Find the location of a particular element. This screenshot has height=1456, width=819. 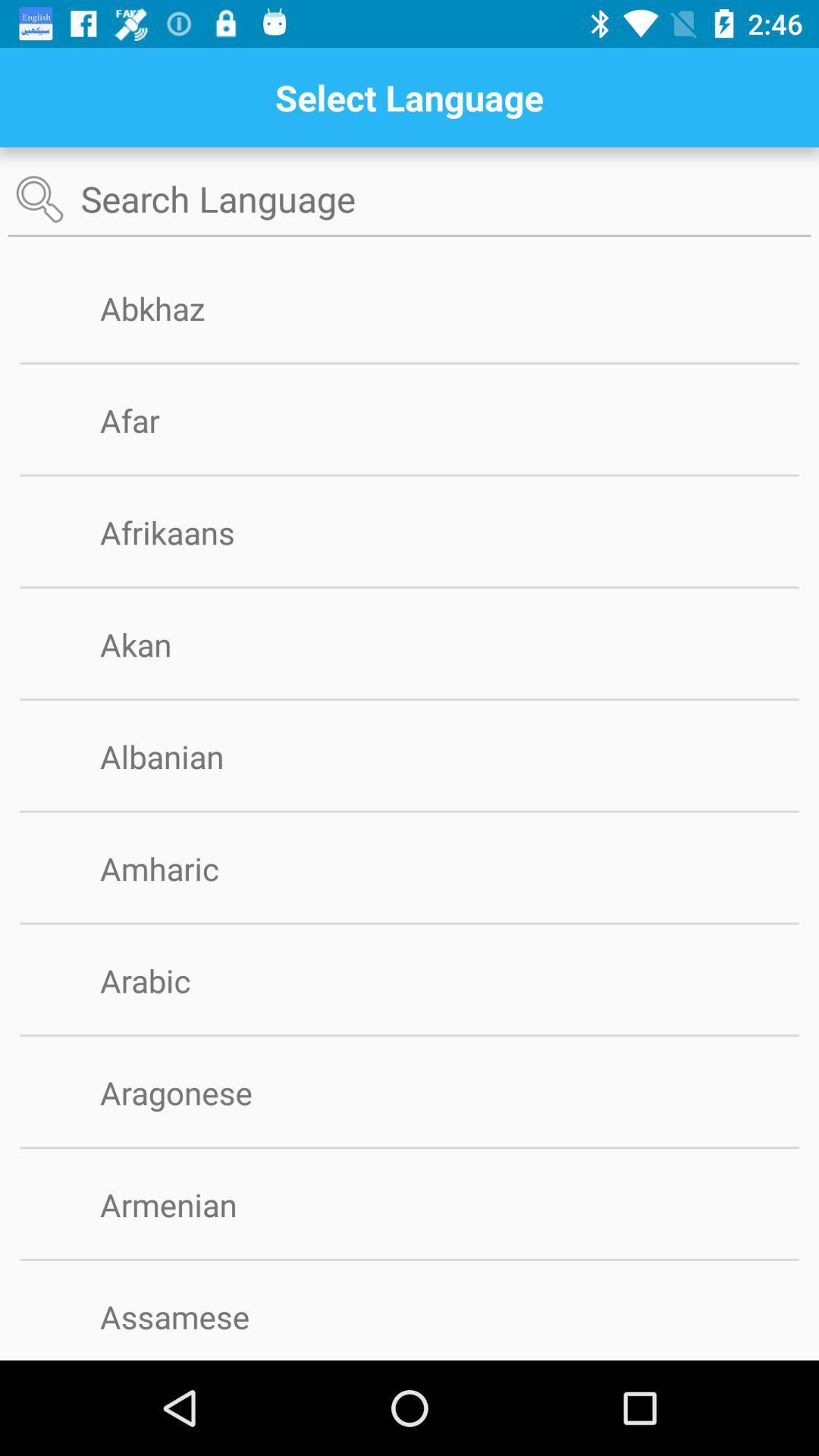

search through language list is located at coordinates (409, 199).